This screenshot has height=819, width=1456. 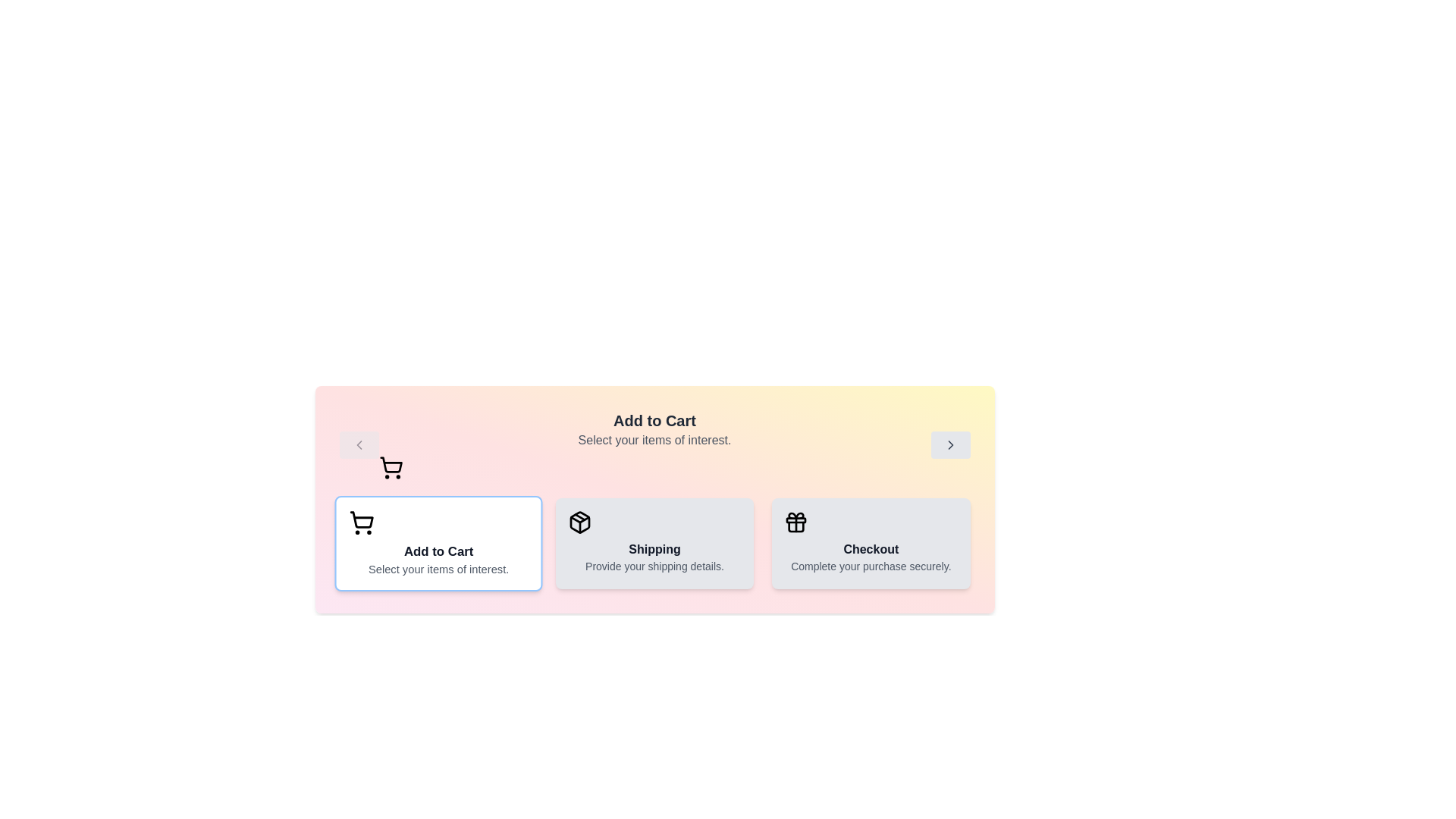 I want to click on the navigational icon located in the top-right area of the interface, so click(x=949, y=444).